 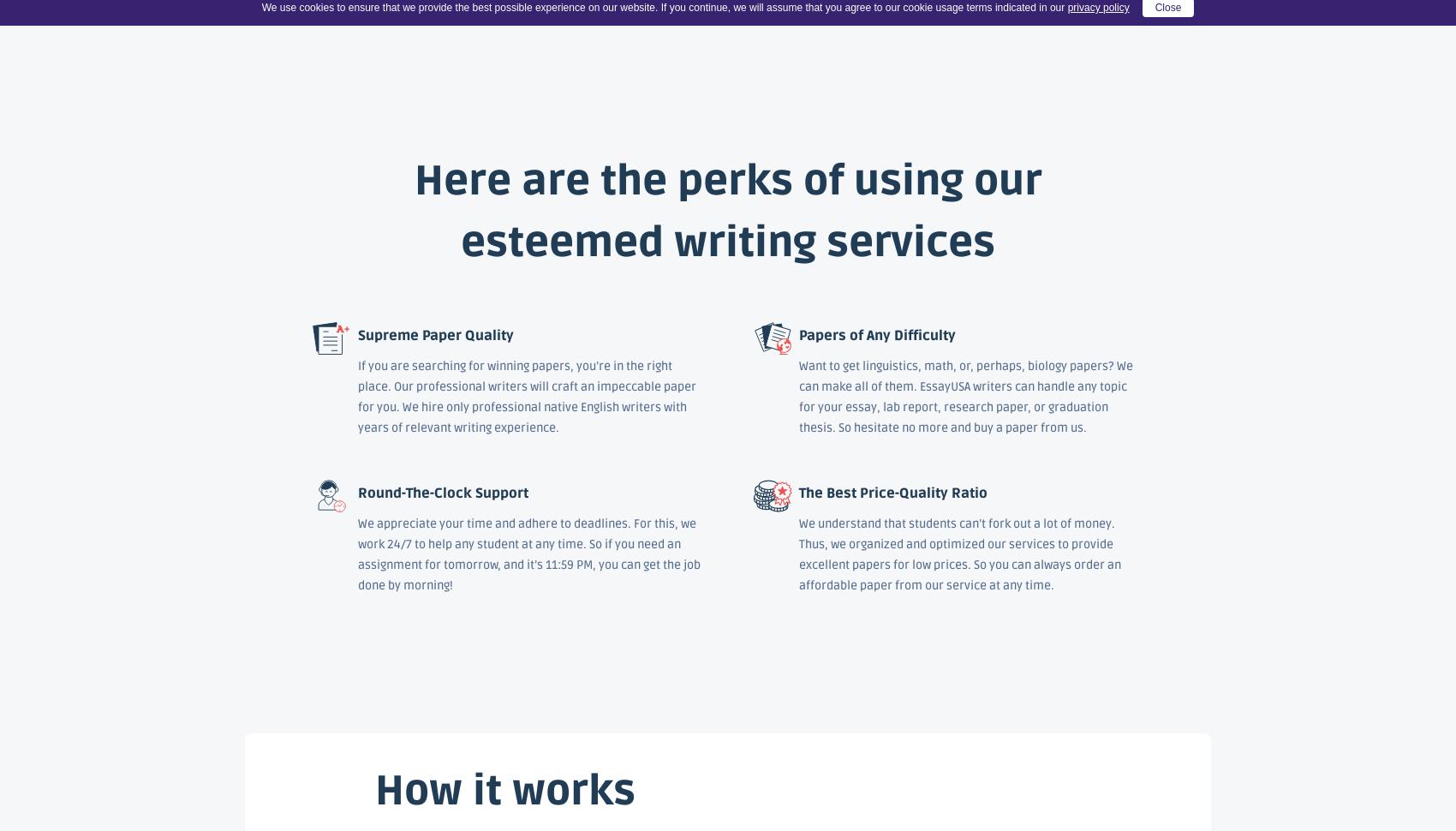 I want to click on 'The Best Price-Quality Ratio', so click(x=892, y=492).